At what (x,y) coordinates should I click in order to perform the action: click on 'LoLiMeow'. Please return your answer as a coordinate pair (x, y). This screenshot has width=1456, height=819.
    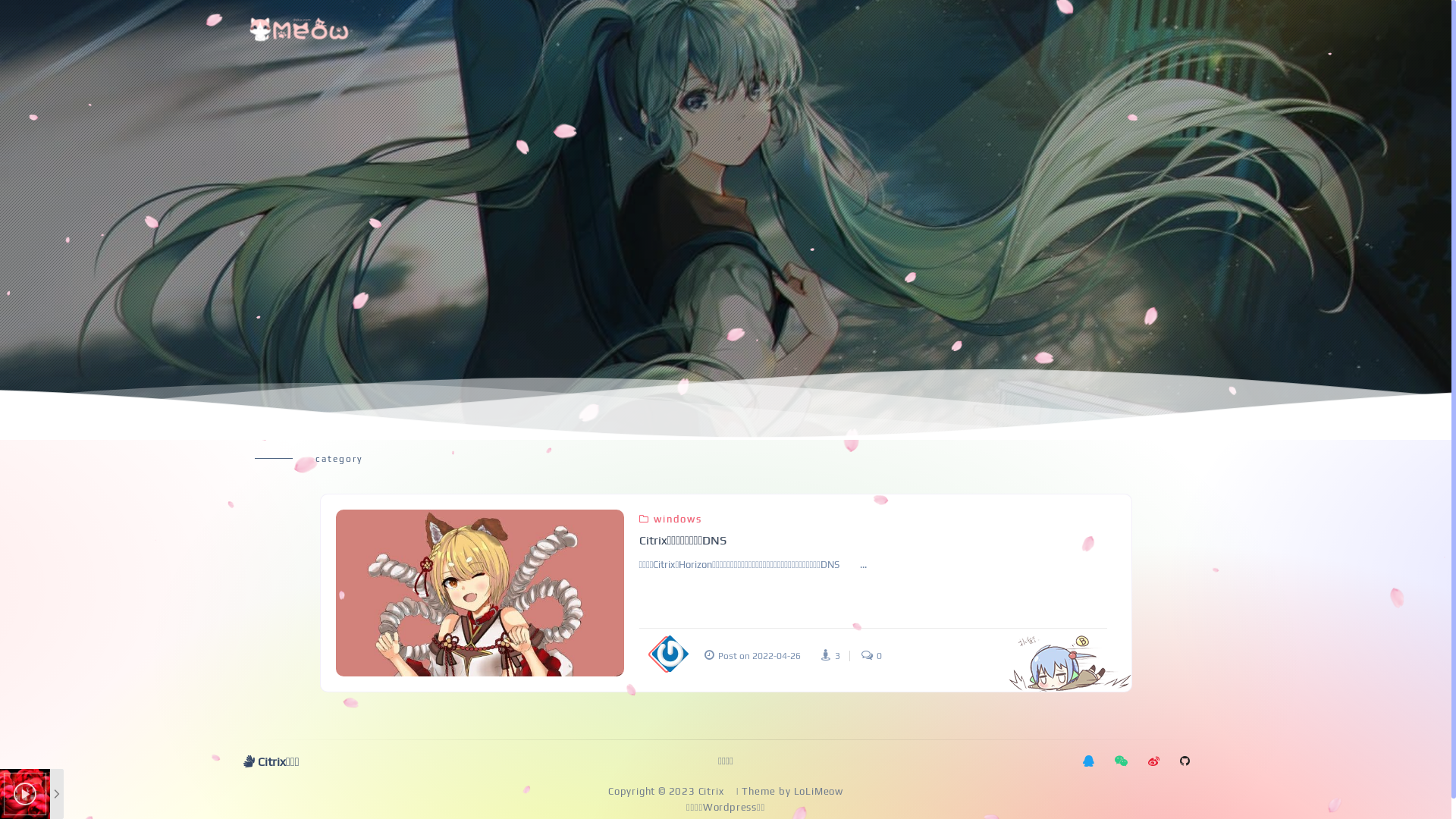
    Looking at the image, I should click on (817, 790).